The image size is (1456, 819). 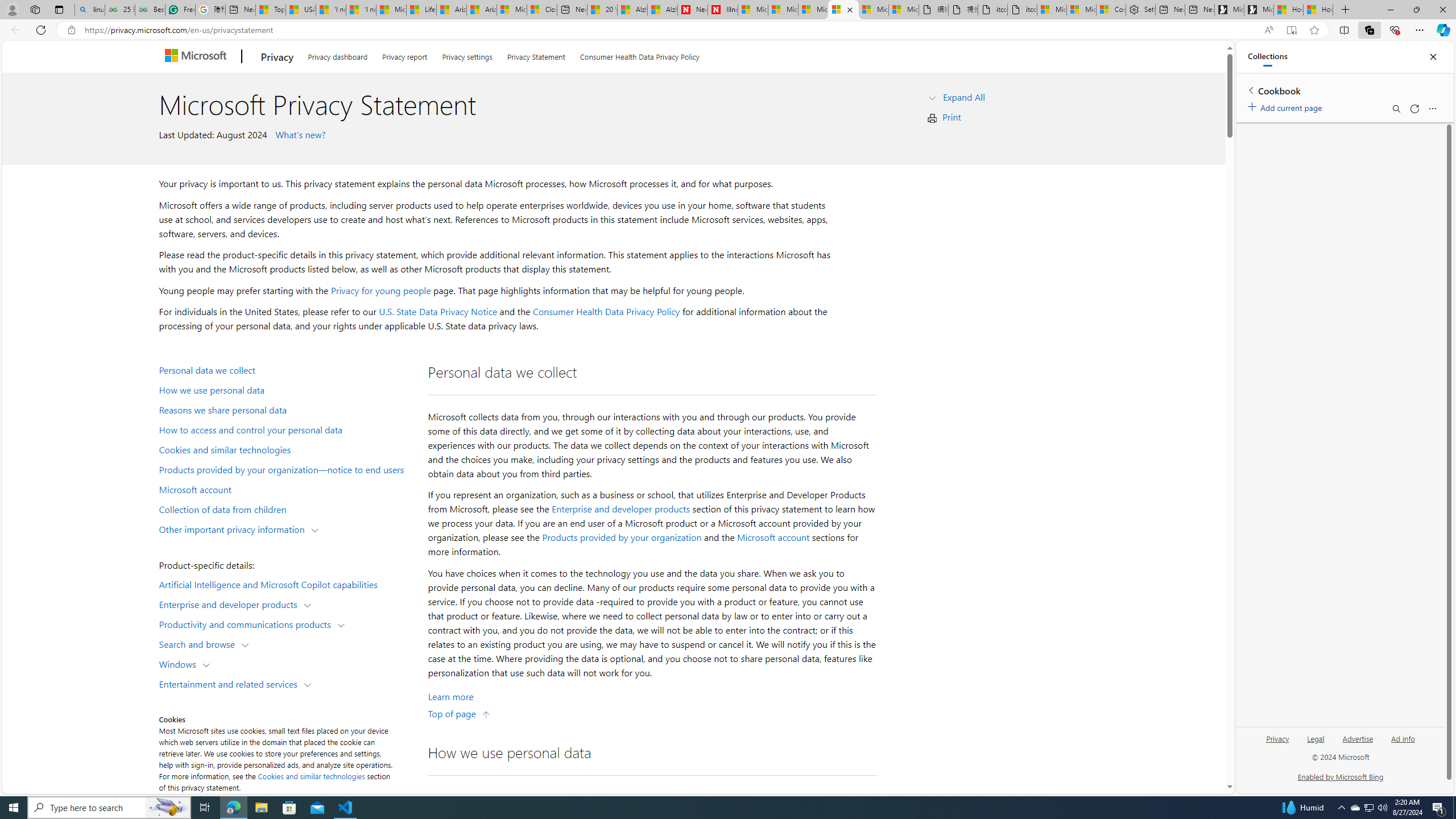 I want to click on 'Consumer Health Data Privacy Policy', so click(x=606, y=311).